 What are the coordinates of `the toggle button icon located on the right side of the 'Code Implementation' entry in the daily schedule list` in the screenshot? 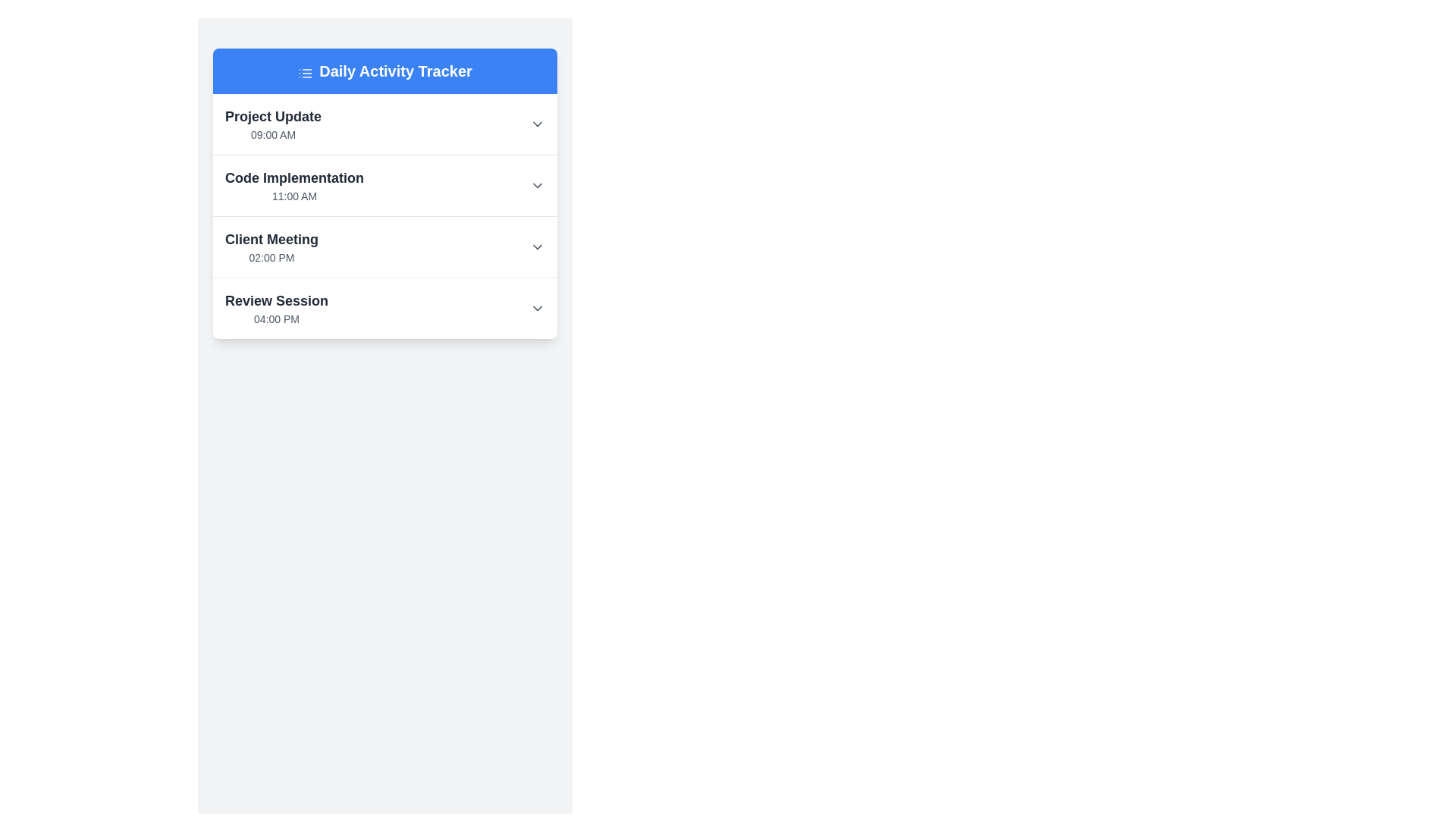 It's located at (538, 185).